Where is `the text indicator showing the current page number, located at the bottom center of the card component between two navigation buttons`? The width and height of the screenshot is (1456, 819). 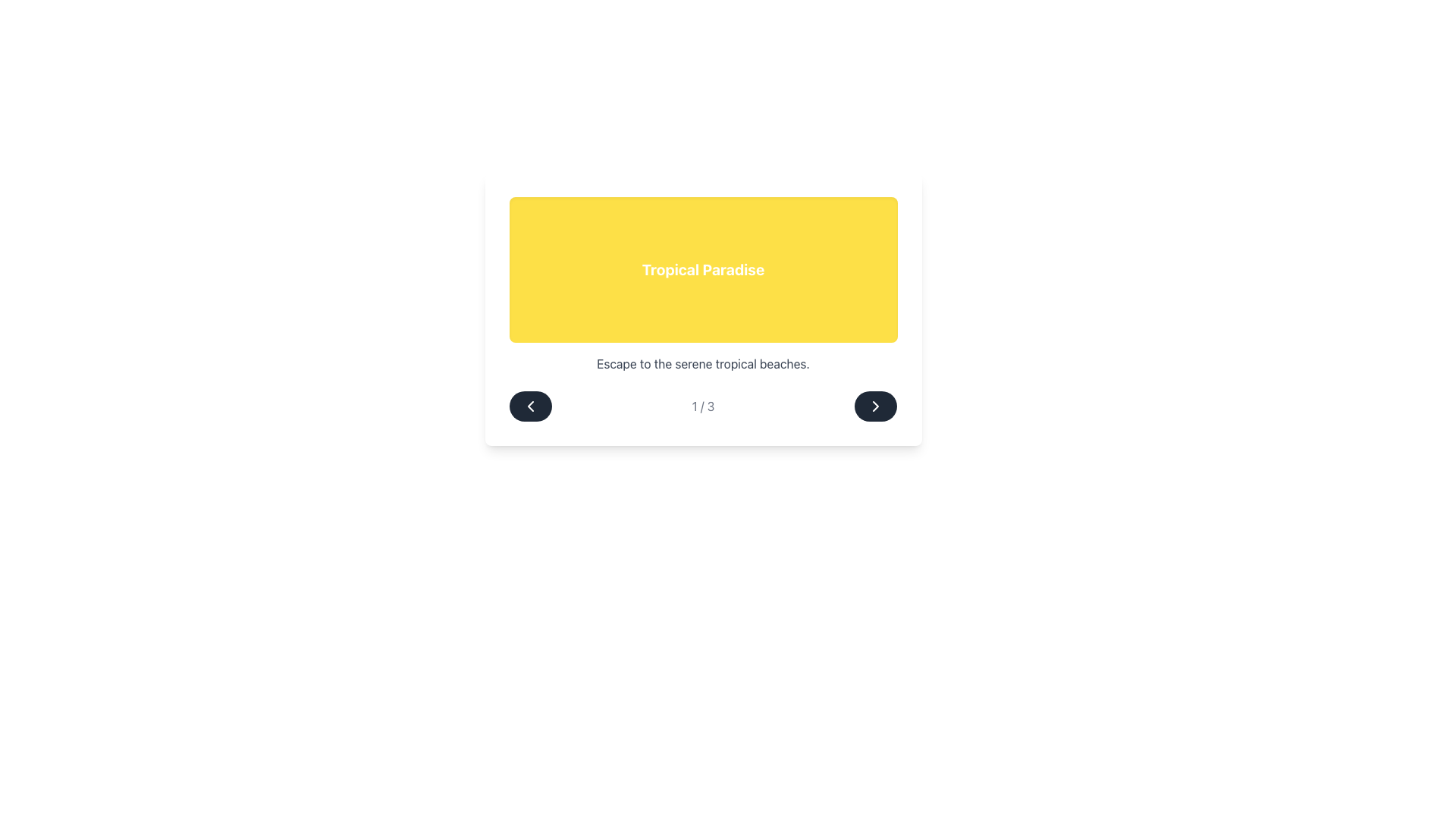 the text indicator showing the current page number, located at the bottom center of the card component between two navigation buttons is located at coordinates (702, 406).